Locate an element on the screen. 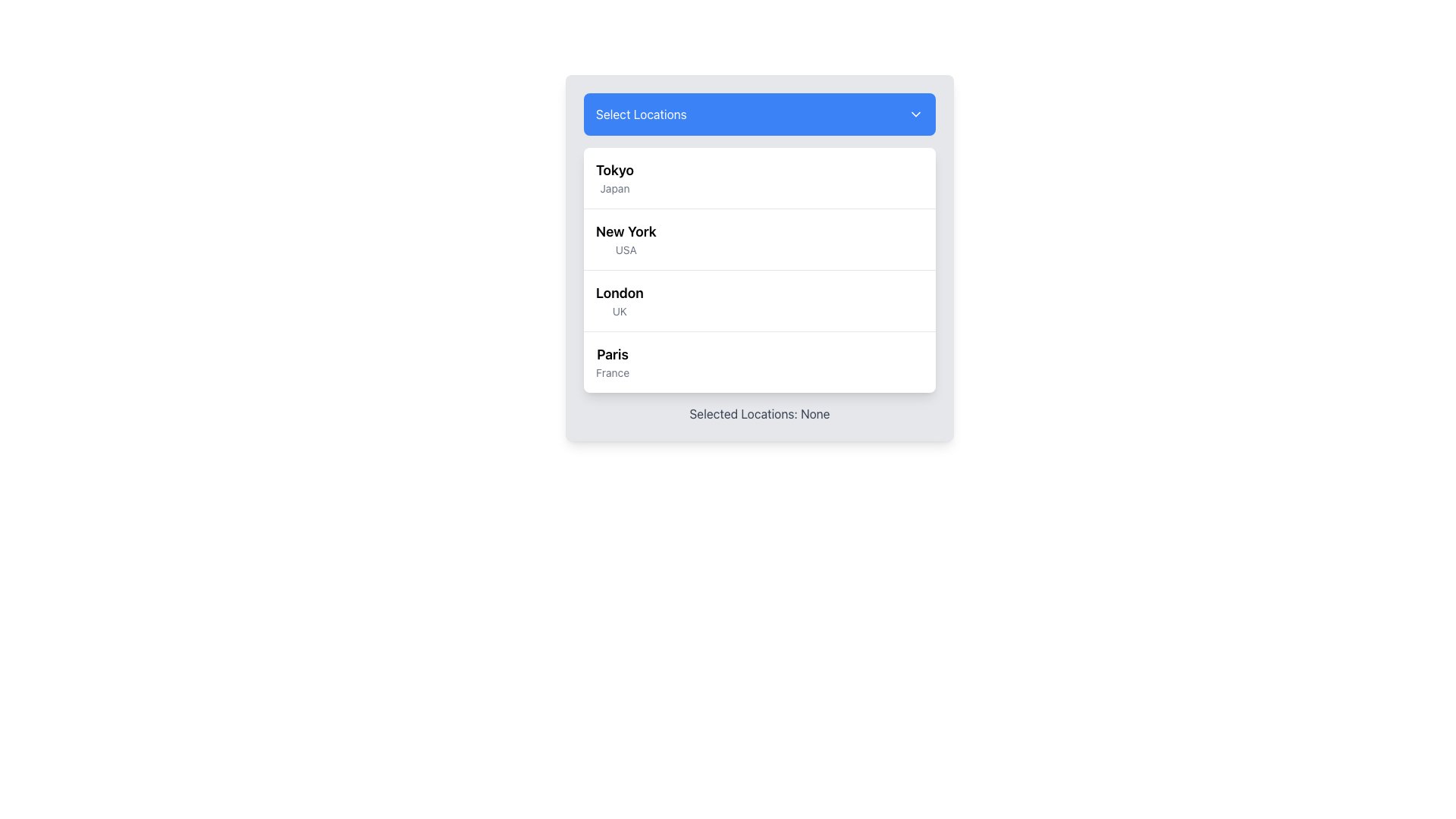  keyboard navigation is located at coordinates (626, 231).